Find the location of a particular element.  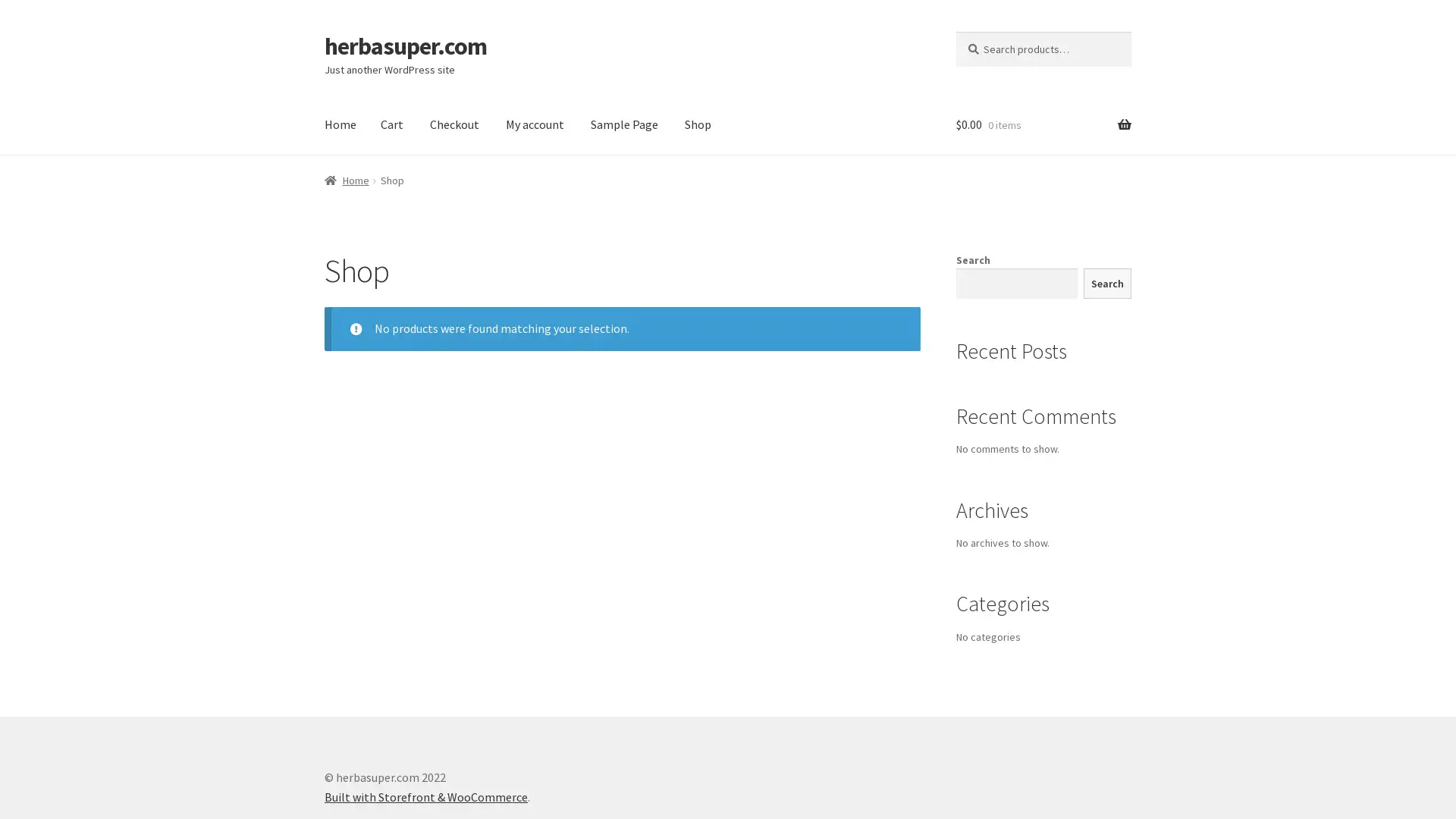

Search is located at coordinates (1106, 284).